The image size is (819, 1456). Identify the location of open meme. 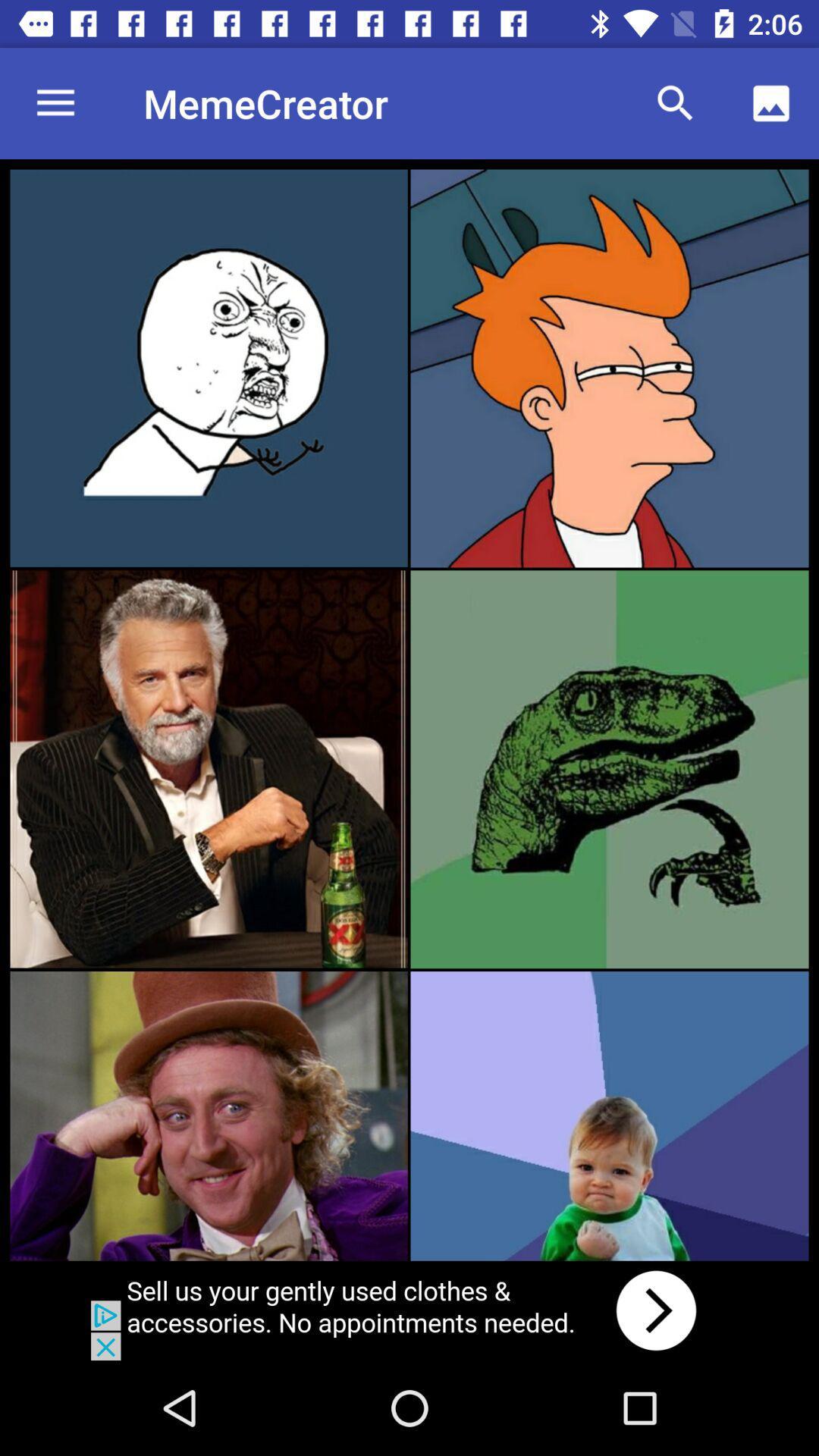
(608, 1116).